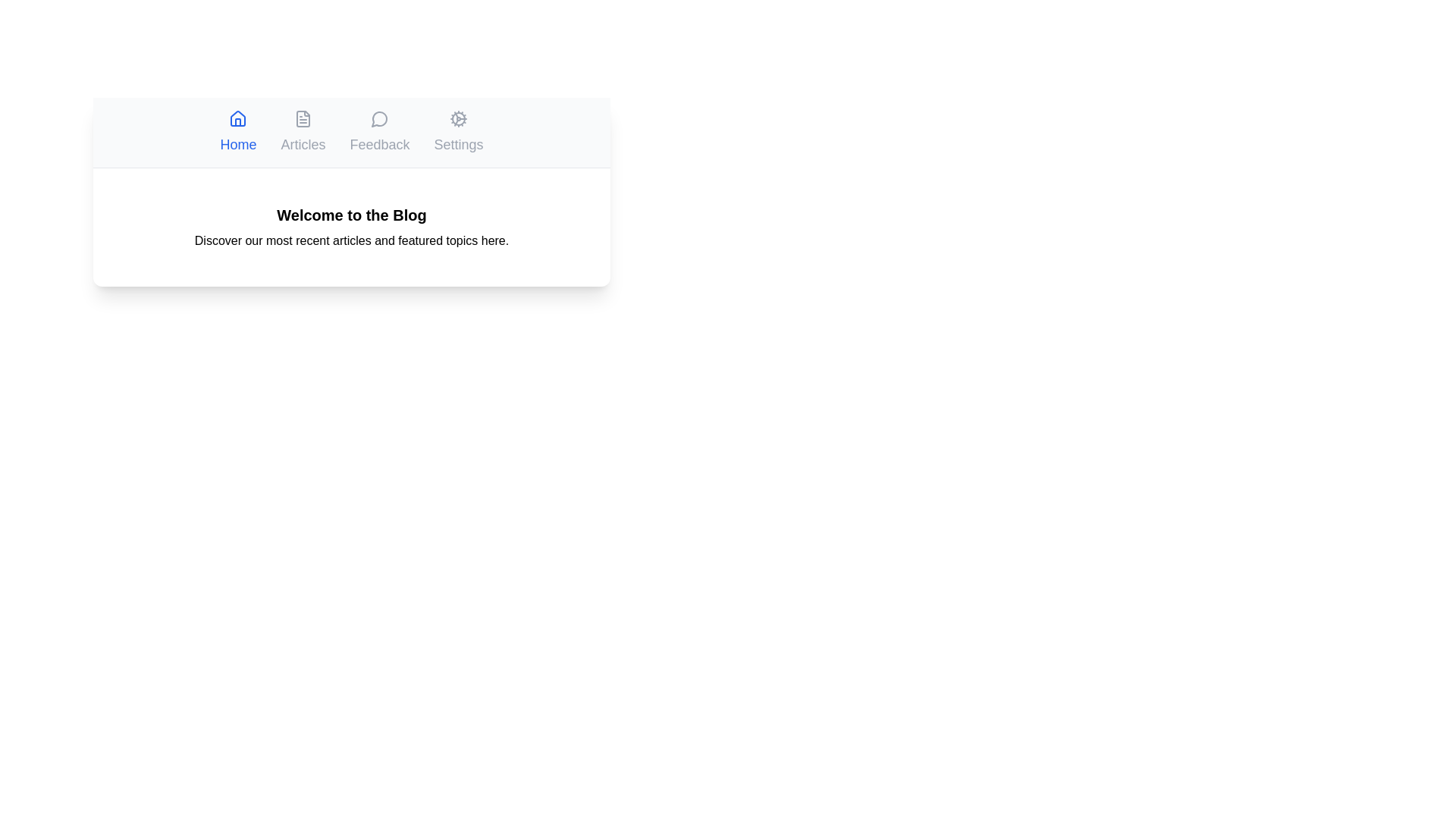 The width and height of the screenshot is (1456, 819). I want to click on the tab labeled Home to observe its hover effect, so click(237, 131).